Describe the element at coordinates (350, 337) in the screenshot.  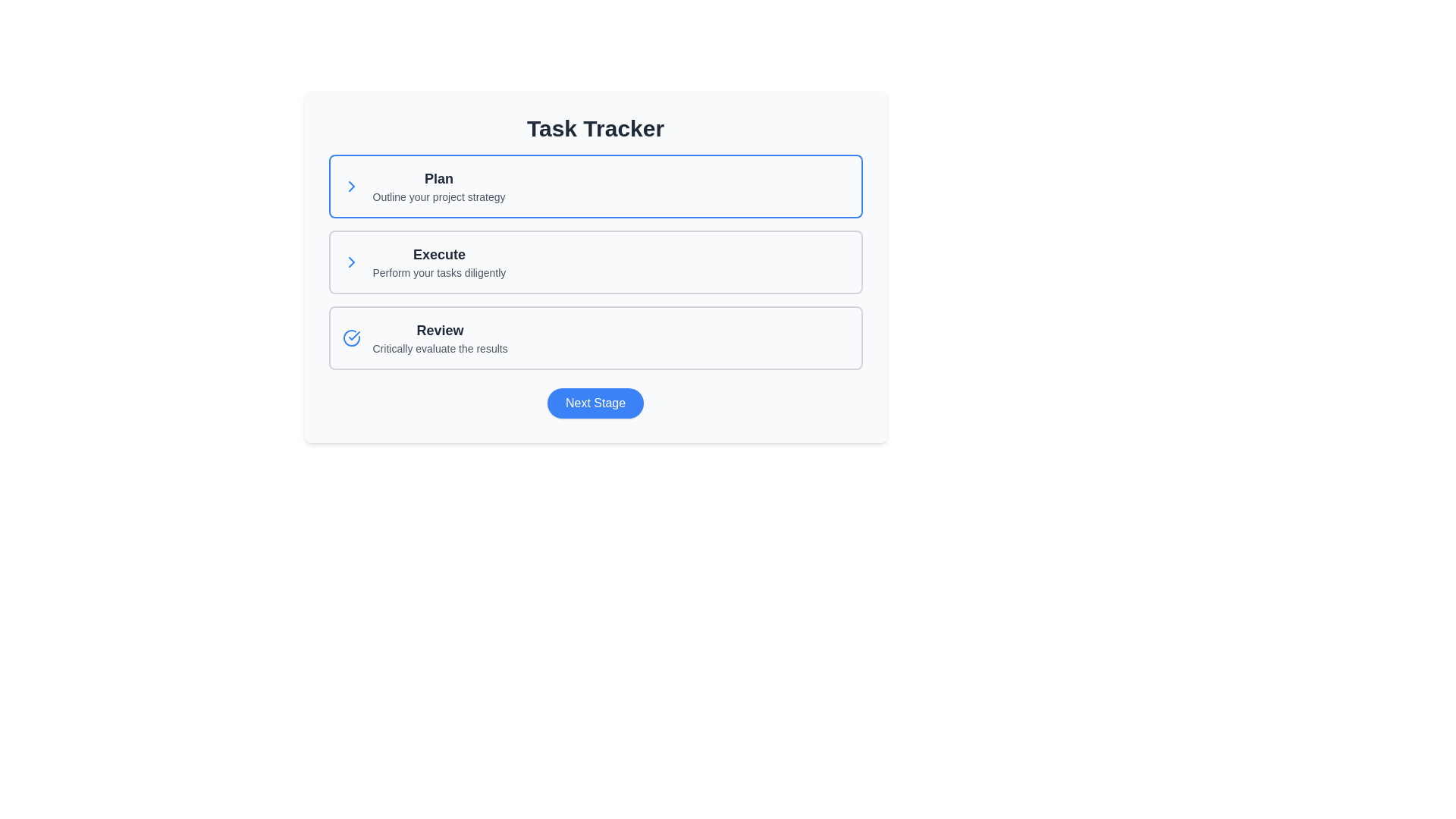
I see `the circular blue icon with a checkmark located at the left side of the 'Review' section in the 'Task Tracker' interface` at that location.